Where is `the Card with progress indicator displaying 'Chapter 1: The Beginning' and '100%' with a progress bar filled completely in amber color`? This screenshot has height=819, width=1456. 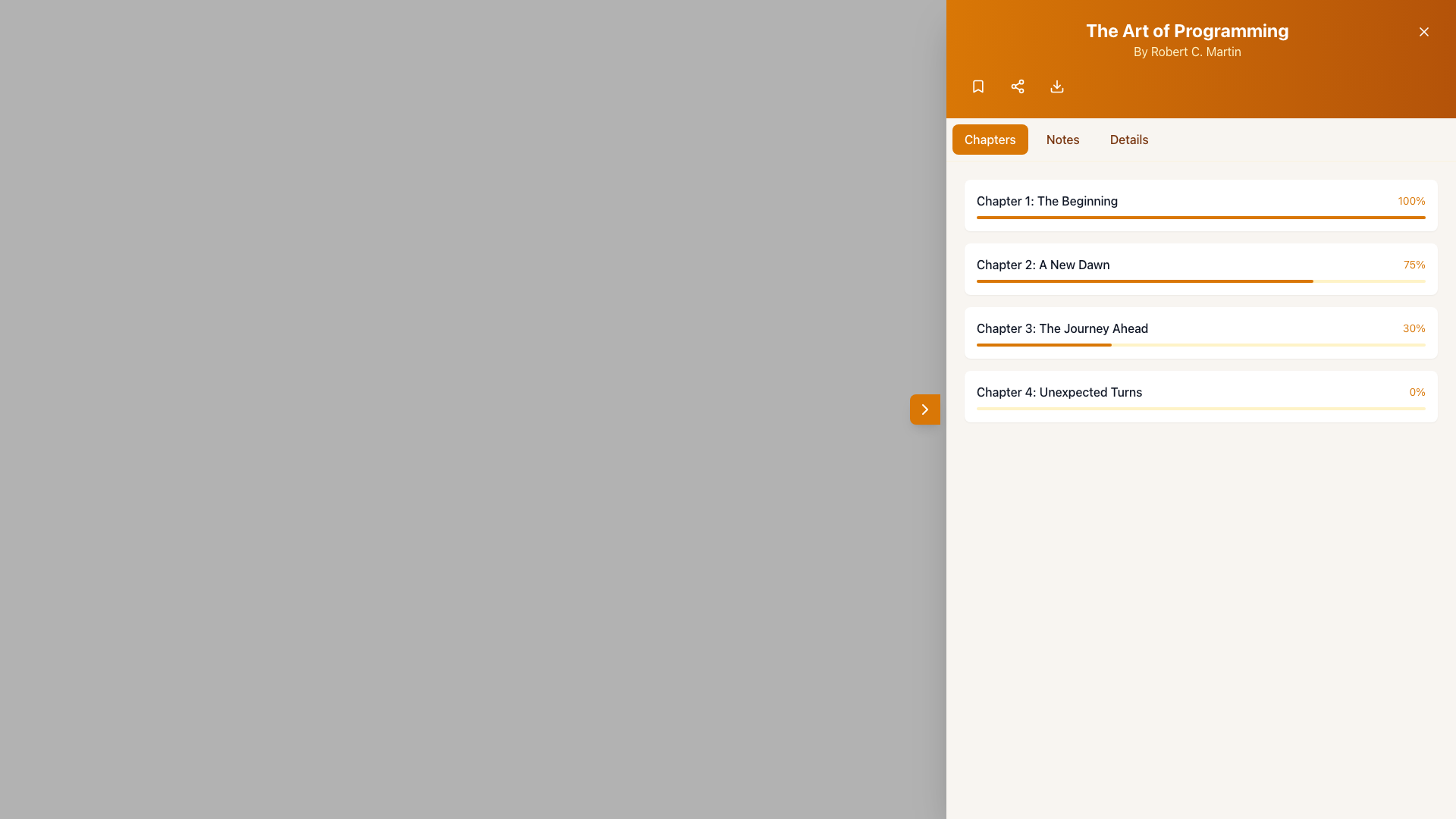 the Card with progress indicator displaying 'Chapter 1: The Beginning' and '100%' with a progress bar filled completely in amber color is located at coordinates (1200, 205).